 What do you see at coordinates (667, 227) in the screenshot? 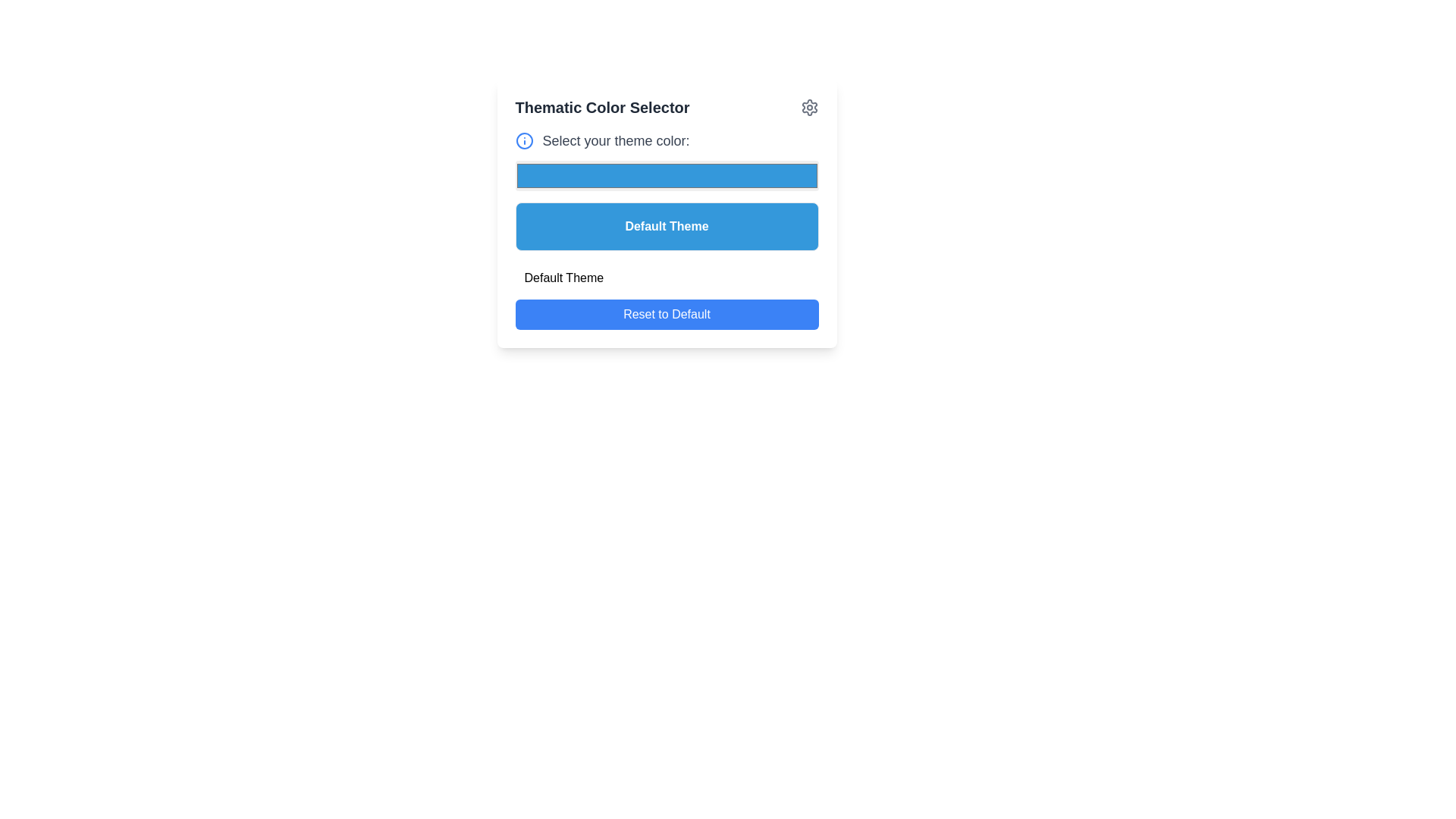
I see `the Display label button, which has a vibrant blue background and displays 'Default Theme' in bold white text` at bounding box center [667, 227].